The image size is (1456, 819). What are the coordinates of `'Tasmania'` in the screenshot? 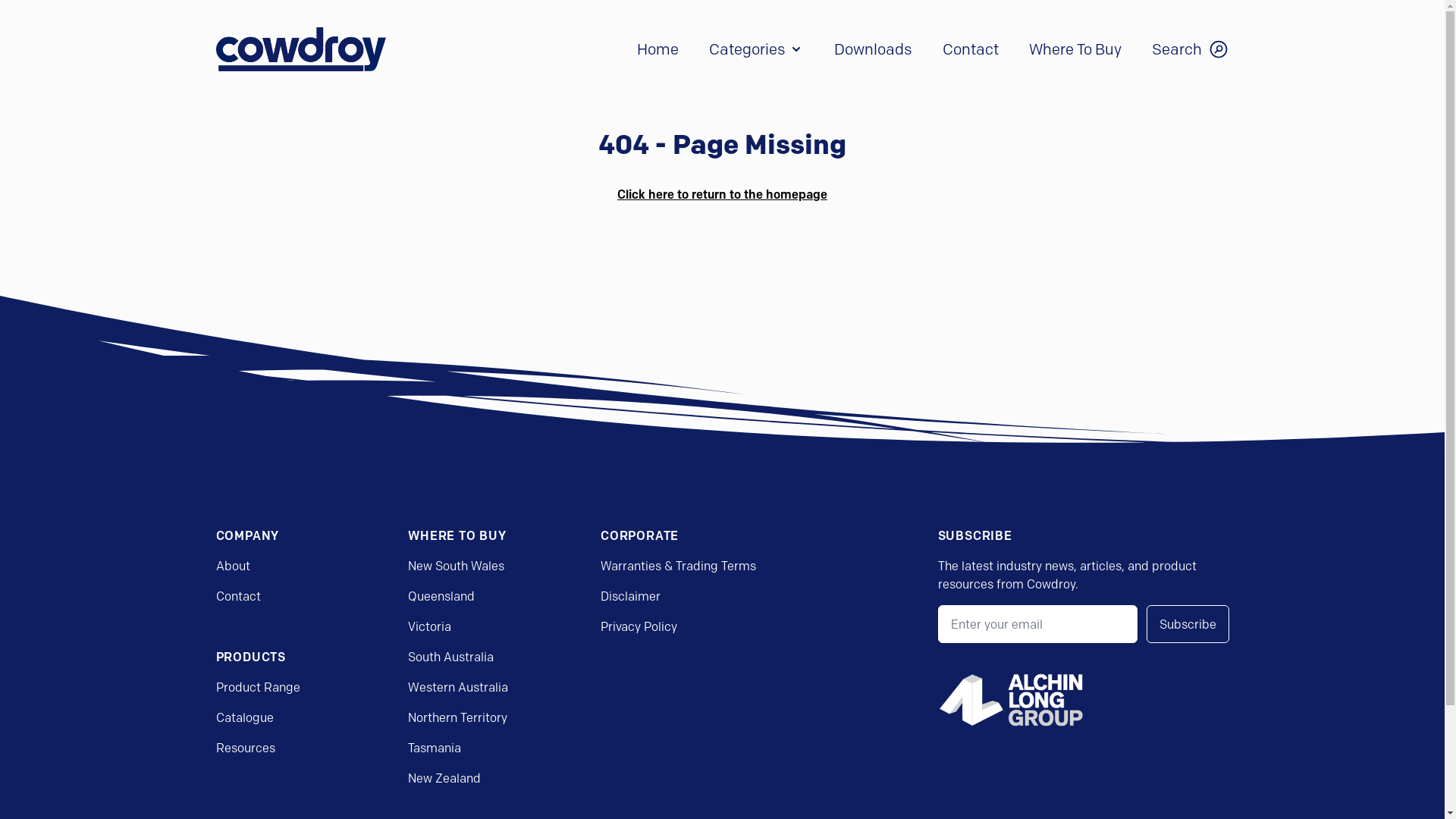 It's located at (433, 747).